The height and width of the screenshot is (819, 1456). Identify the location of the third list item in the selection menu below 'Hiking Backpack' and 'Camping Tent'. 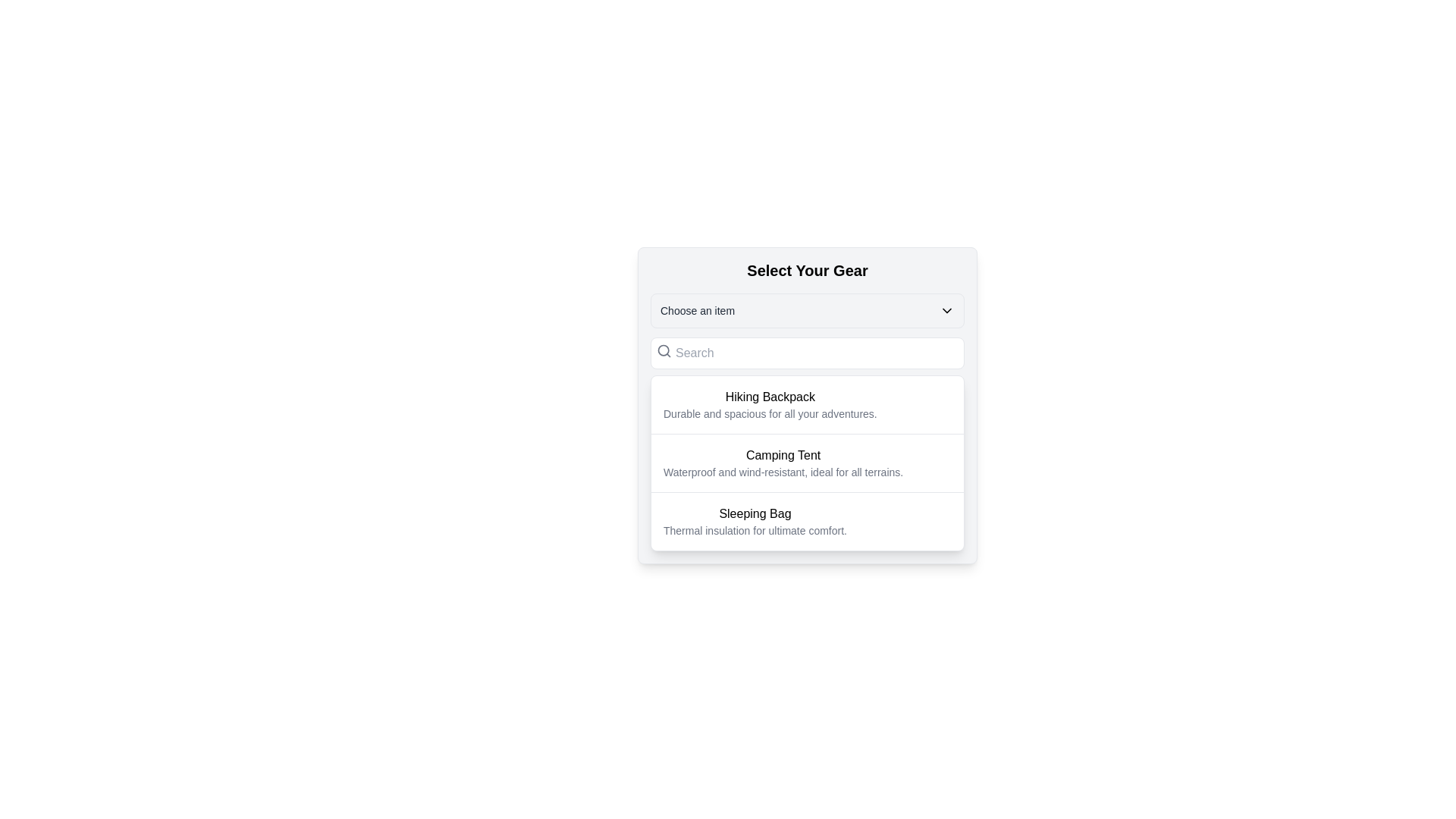
(807, 520).